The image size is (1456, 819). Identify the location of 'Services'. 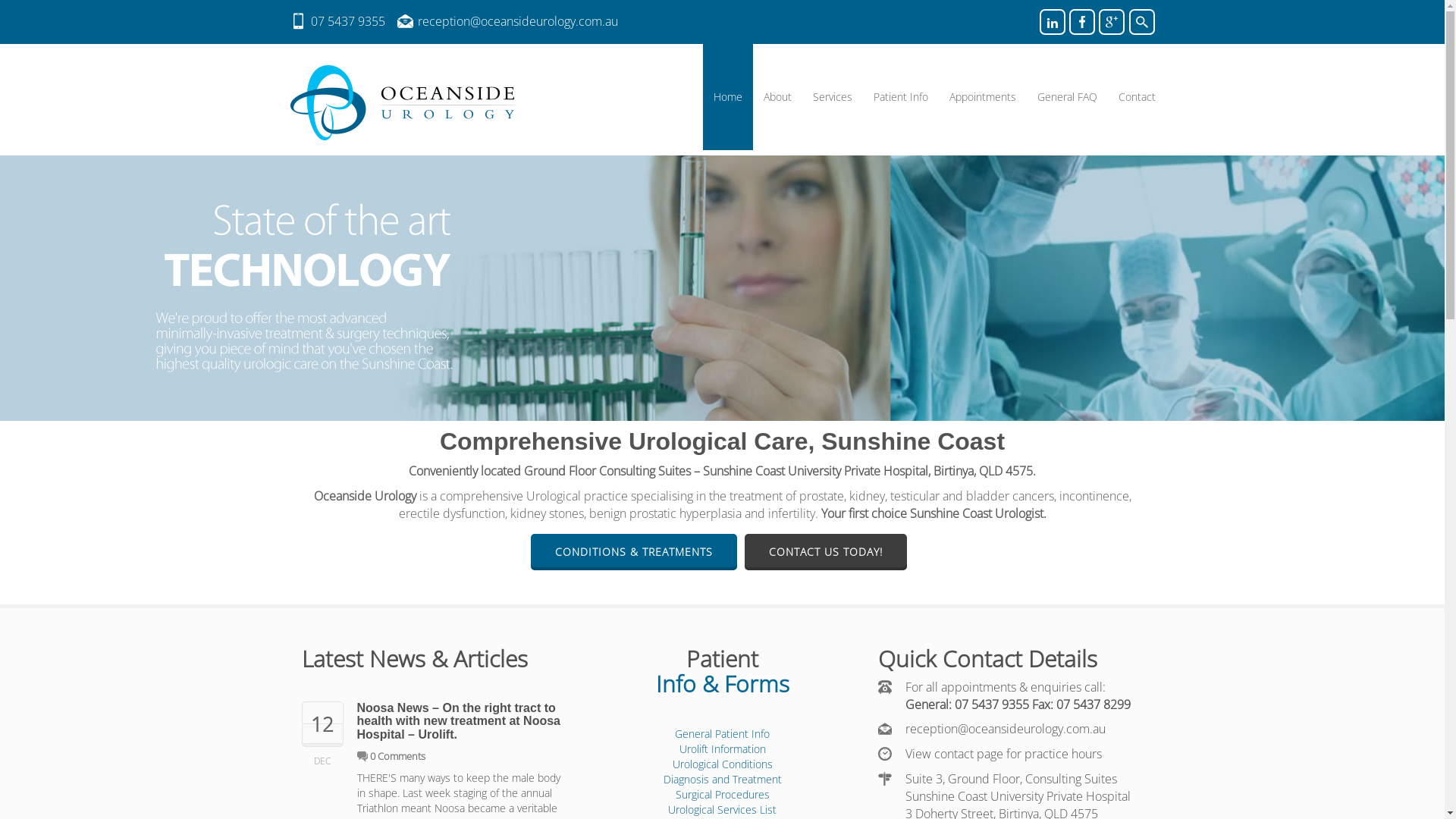
(832, 96).